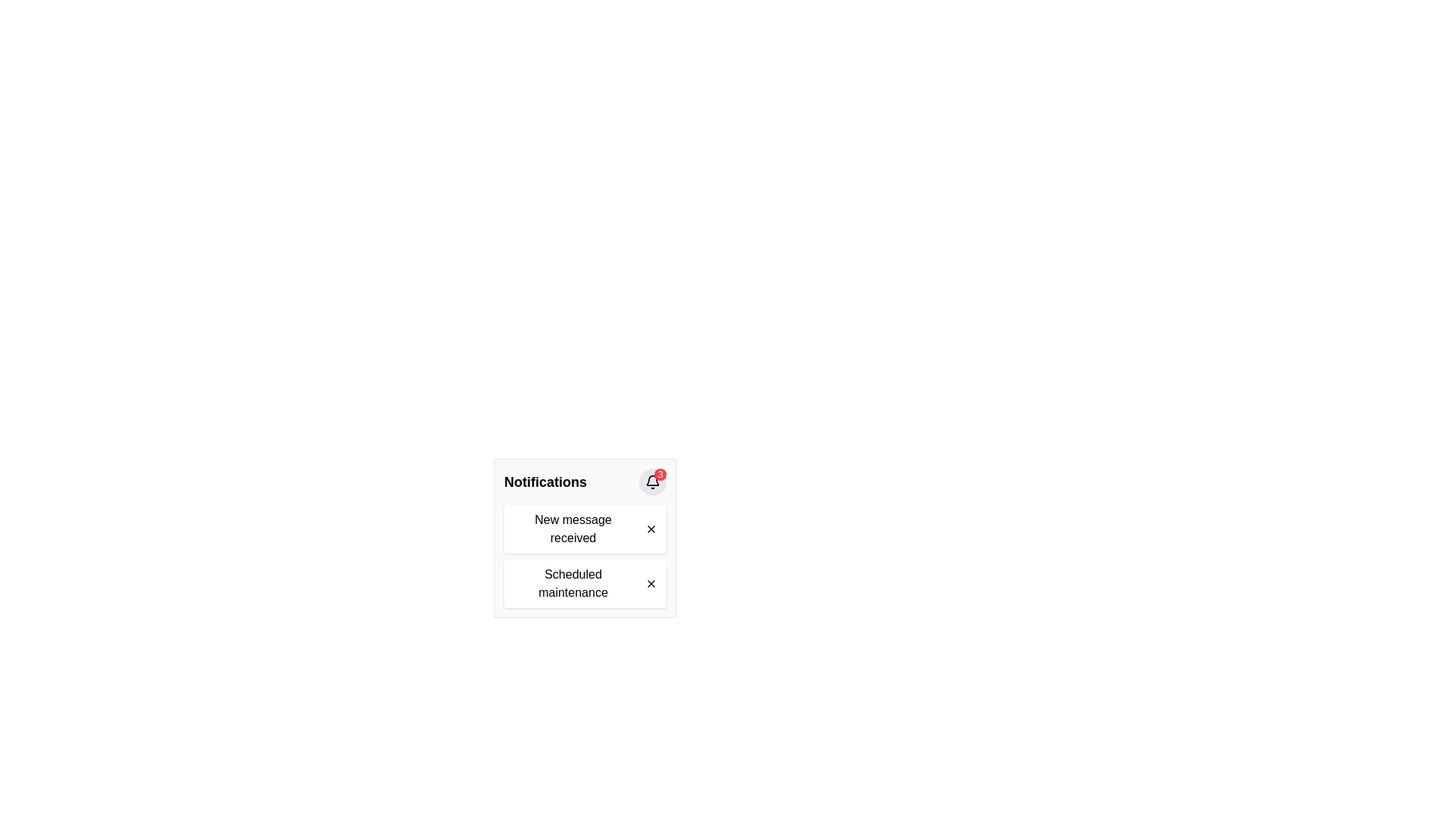 The width and height of the screenshot is (1456, 819). What do you see at coordinates (652, 482) in the screenshot?
I see `the bell-shaped icon in the notifications panel` at bounding box center [652, 482].